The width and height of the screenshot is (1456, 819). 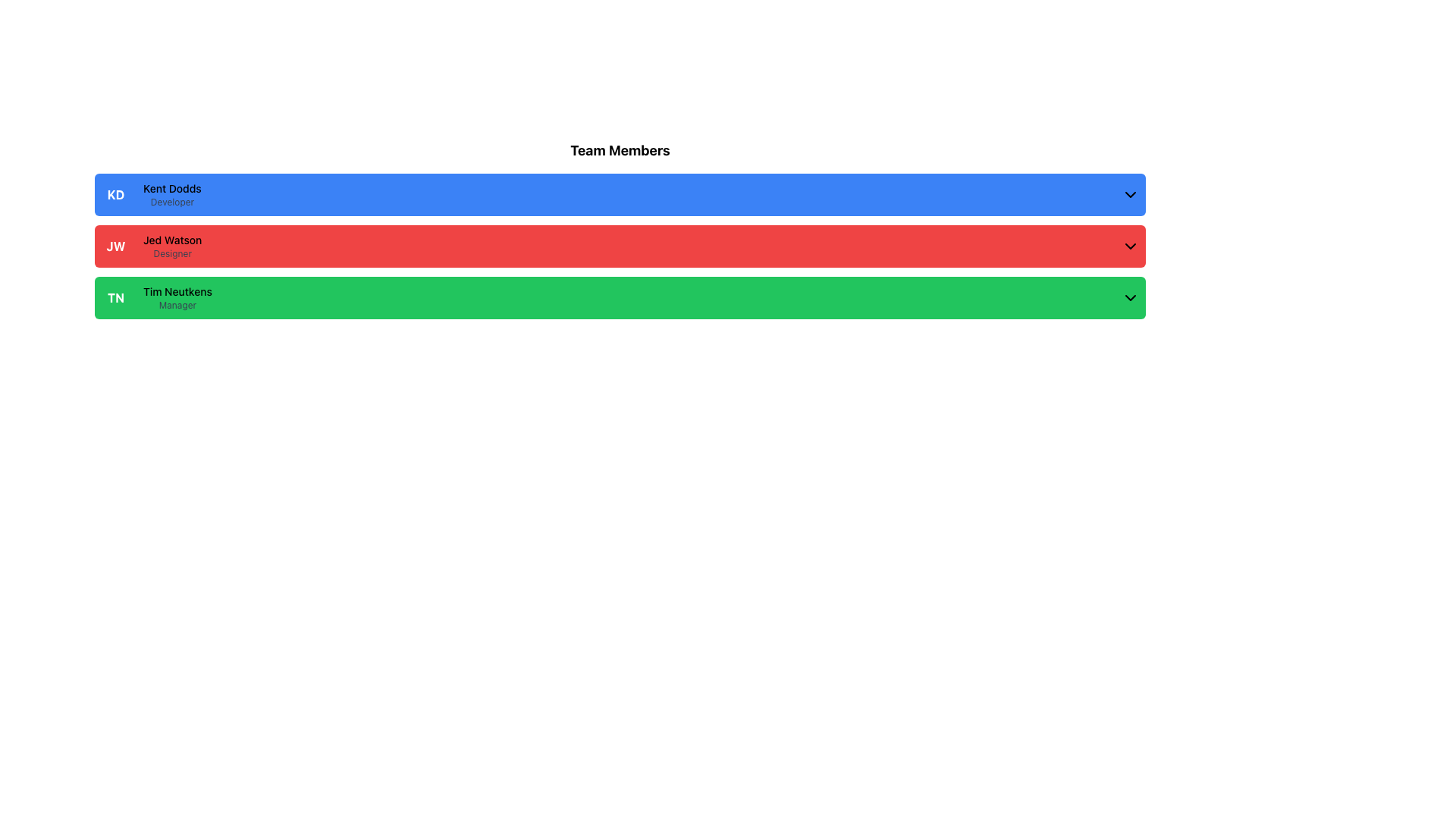 I want to click on the downward-facing chevron icon located at the far right end of the green rectangular section labeled 'Tim Neutkens, Manager', so click(x=1131, y=298).